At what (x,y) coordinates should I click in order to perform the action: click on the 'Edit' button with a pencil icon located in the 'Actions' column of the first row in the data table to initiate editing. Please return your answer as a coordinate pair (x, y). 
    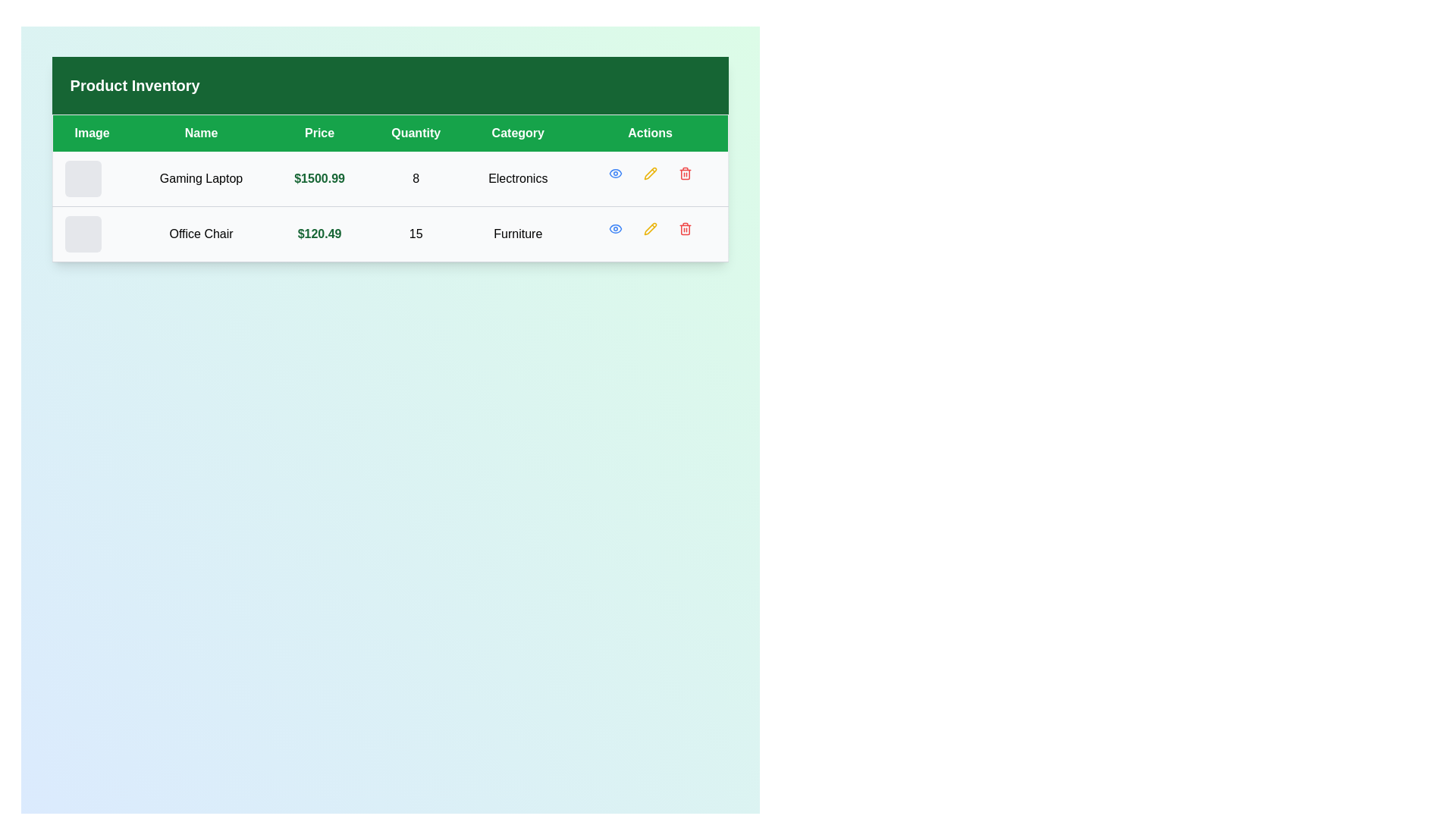
    Looking at the image, I should click on (650, 172).